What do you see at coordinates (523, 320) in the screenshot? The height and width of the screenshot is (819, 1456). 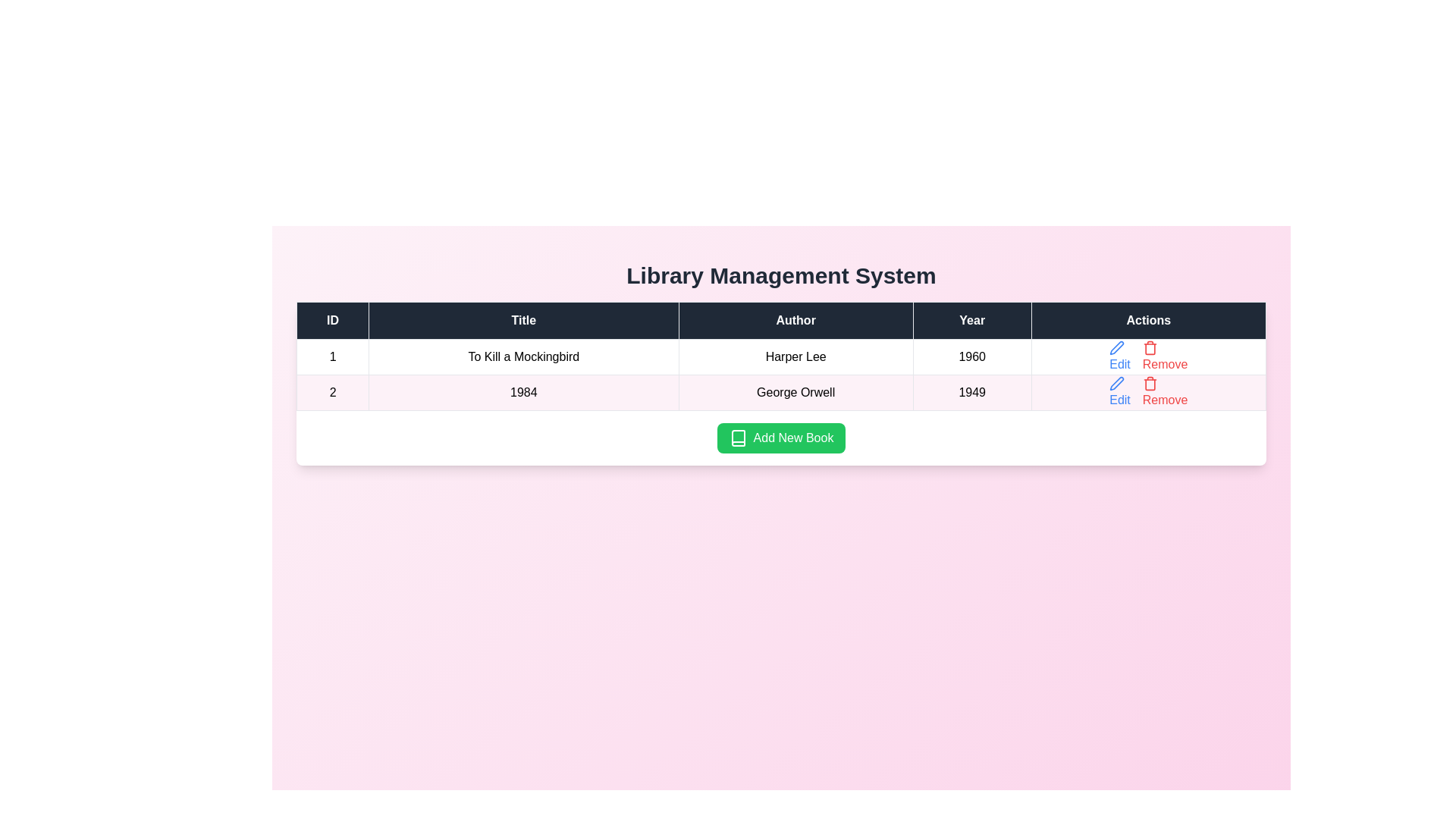 I see `label 'Title' in the second header cell of the table, which has a dark background and light-colored text` at bounding box center [523, 320].